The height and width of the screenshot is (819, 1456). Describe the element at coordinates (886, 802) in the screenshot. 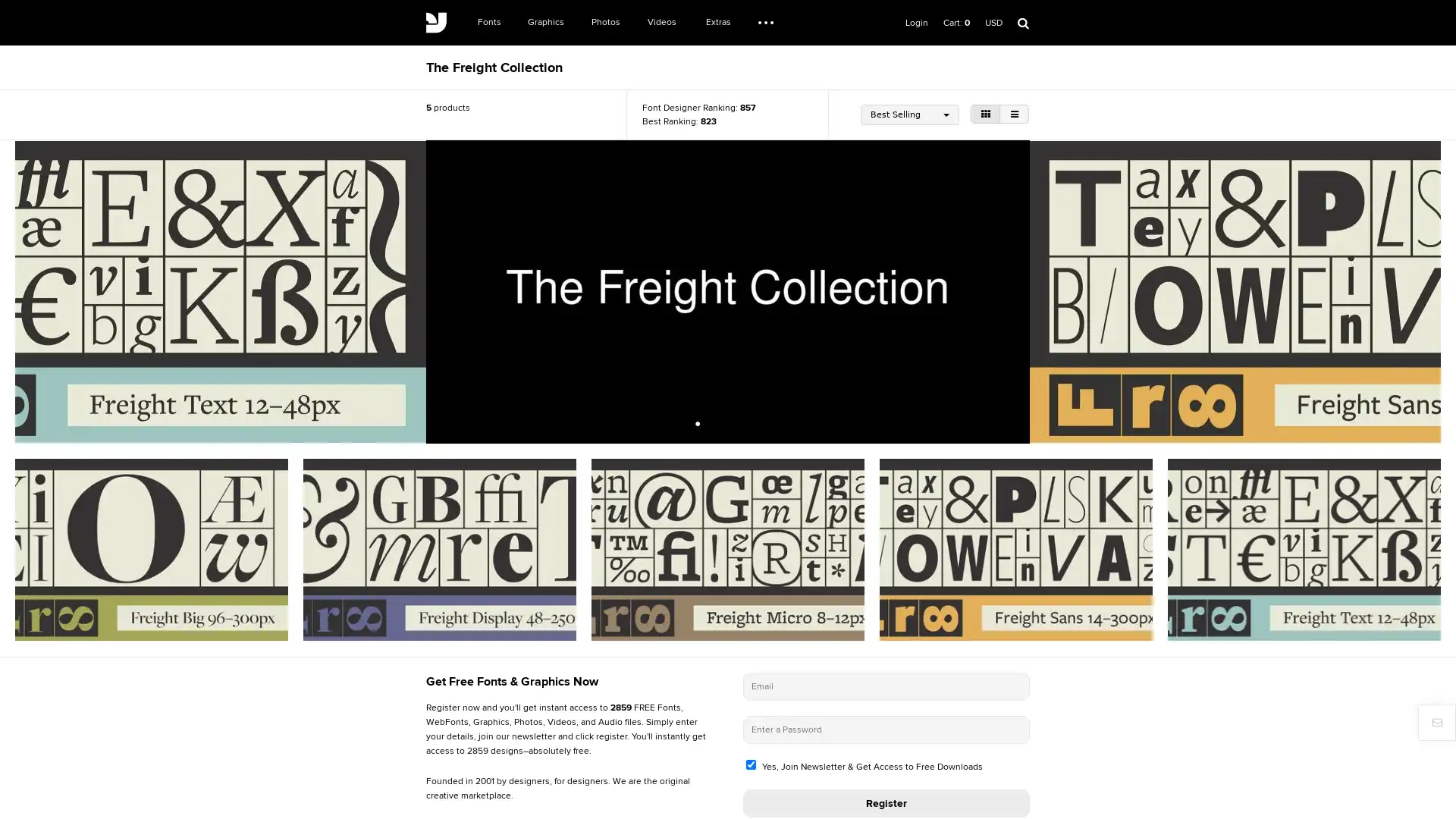

I see `Register` at that location.